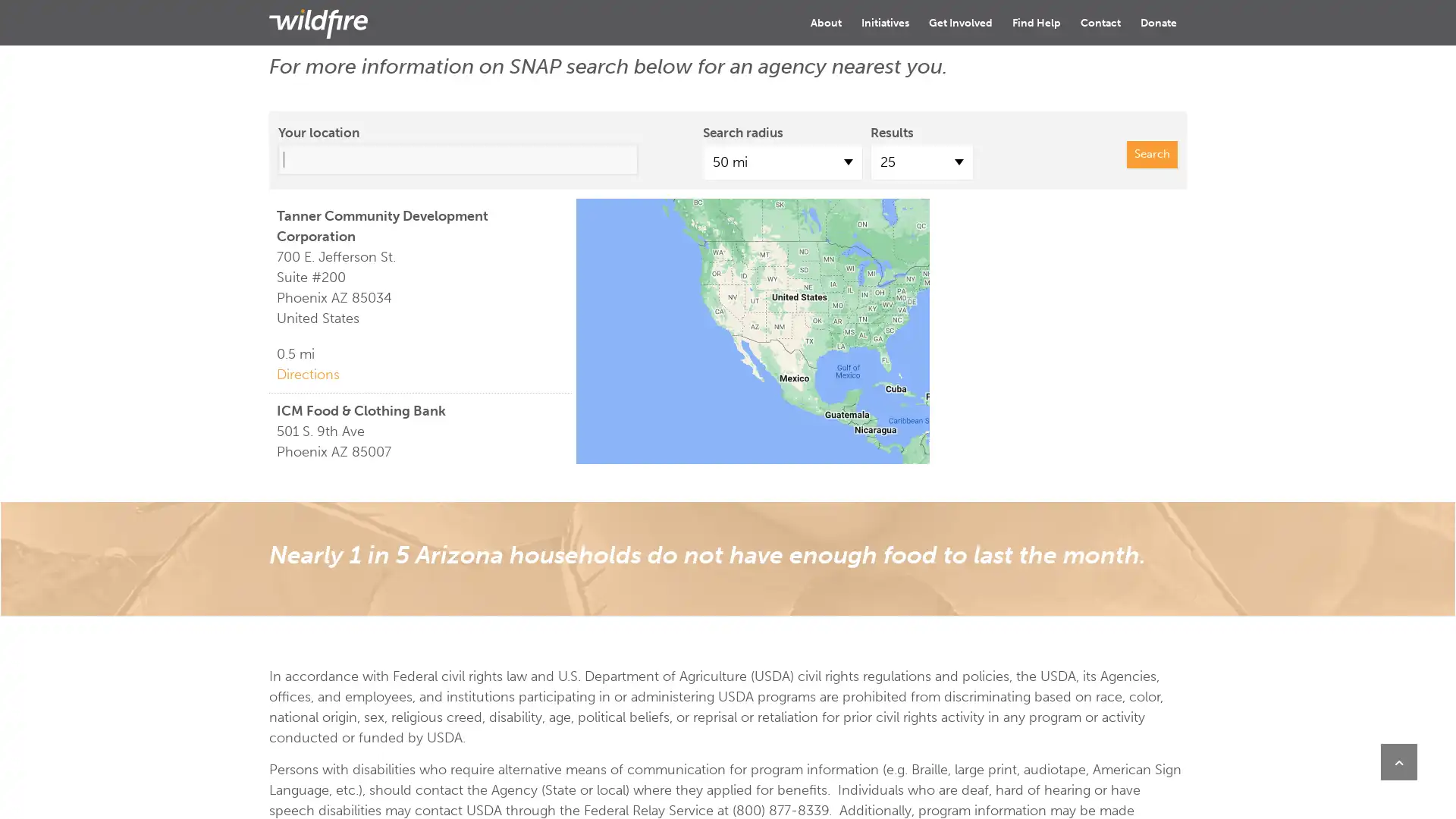 The image size is (1456, 819). What do you see at coordinates (888, 300) in the screenshot?
I see `Helping Families in Need at Womens Hope Center` at bounding box center [888, 300].